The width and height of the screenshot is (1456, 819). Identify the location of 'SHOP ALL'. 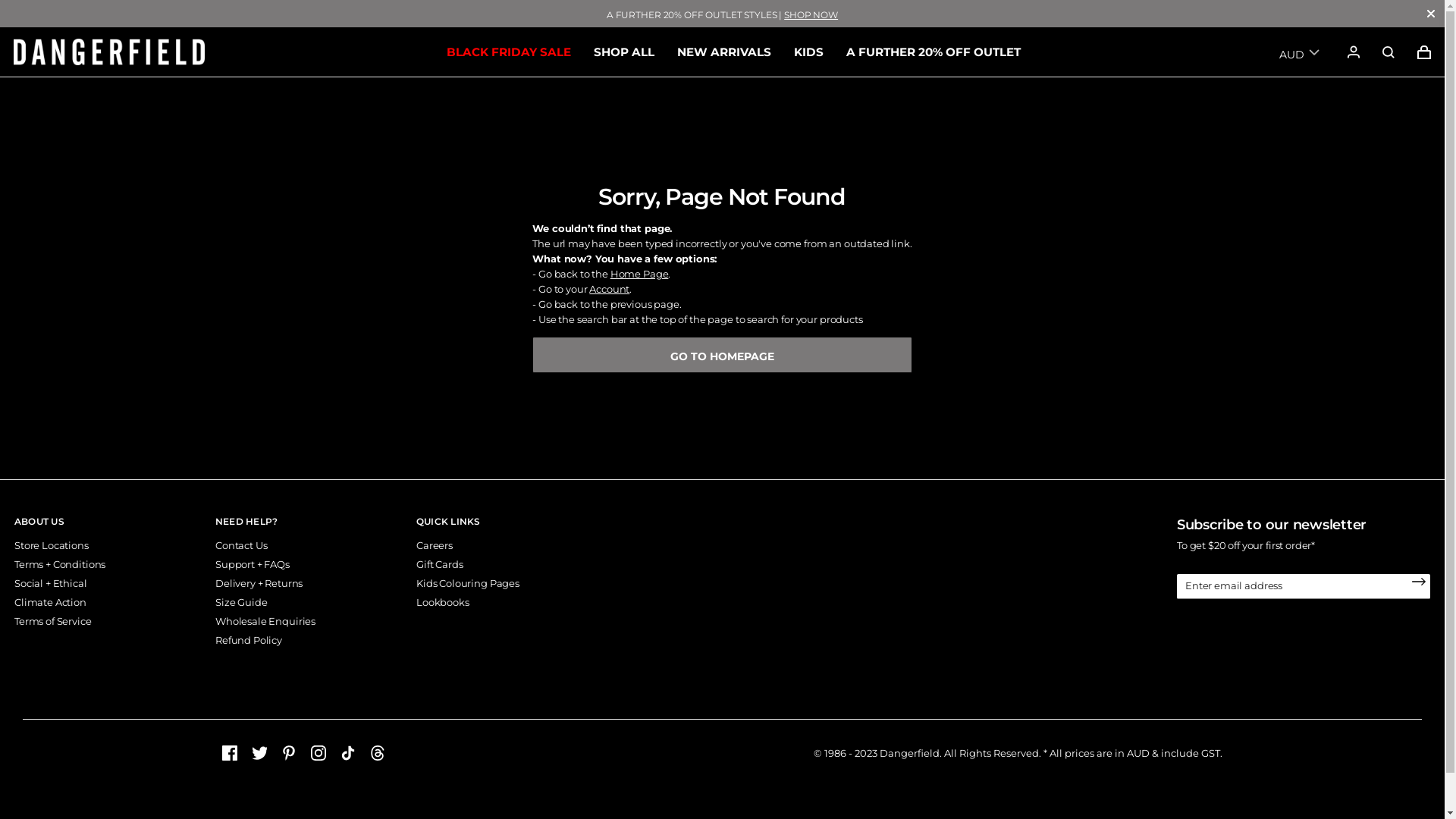
(623, 51).